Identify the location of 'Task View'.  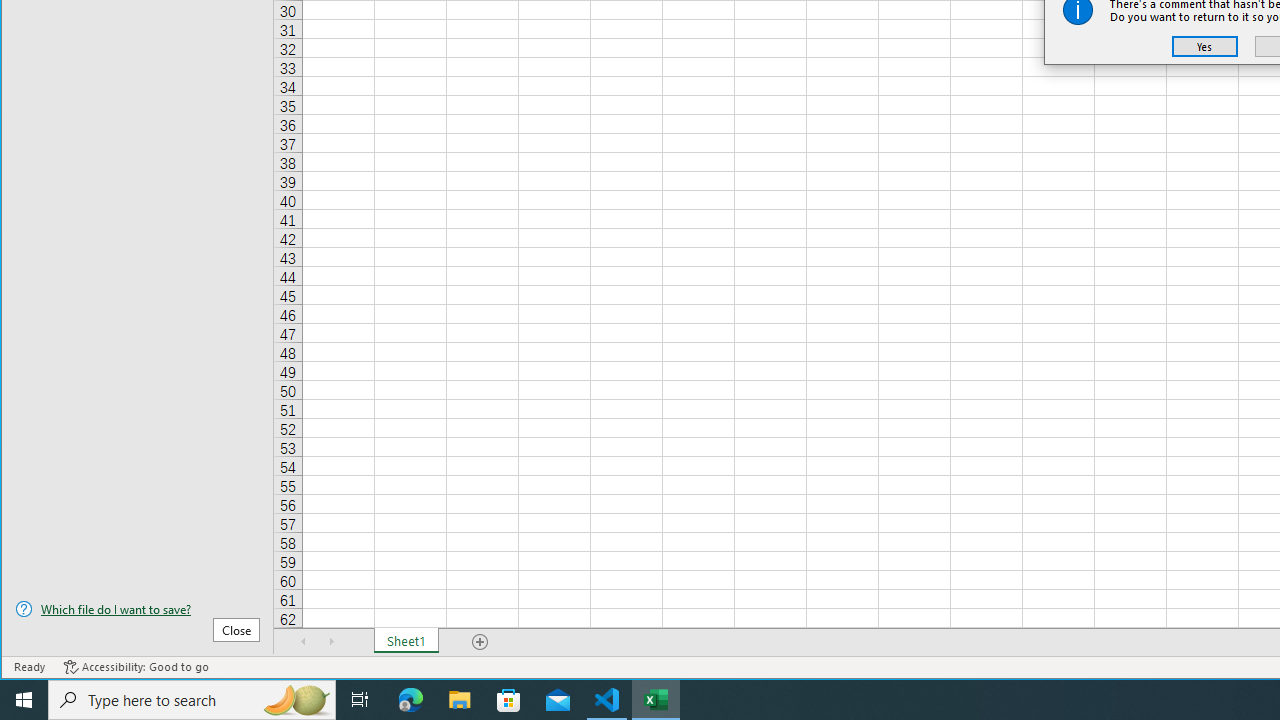
(359, 698).